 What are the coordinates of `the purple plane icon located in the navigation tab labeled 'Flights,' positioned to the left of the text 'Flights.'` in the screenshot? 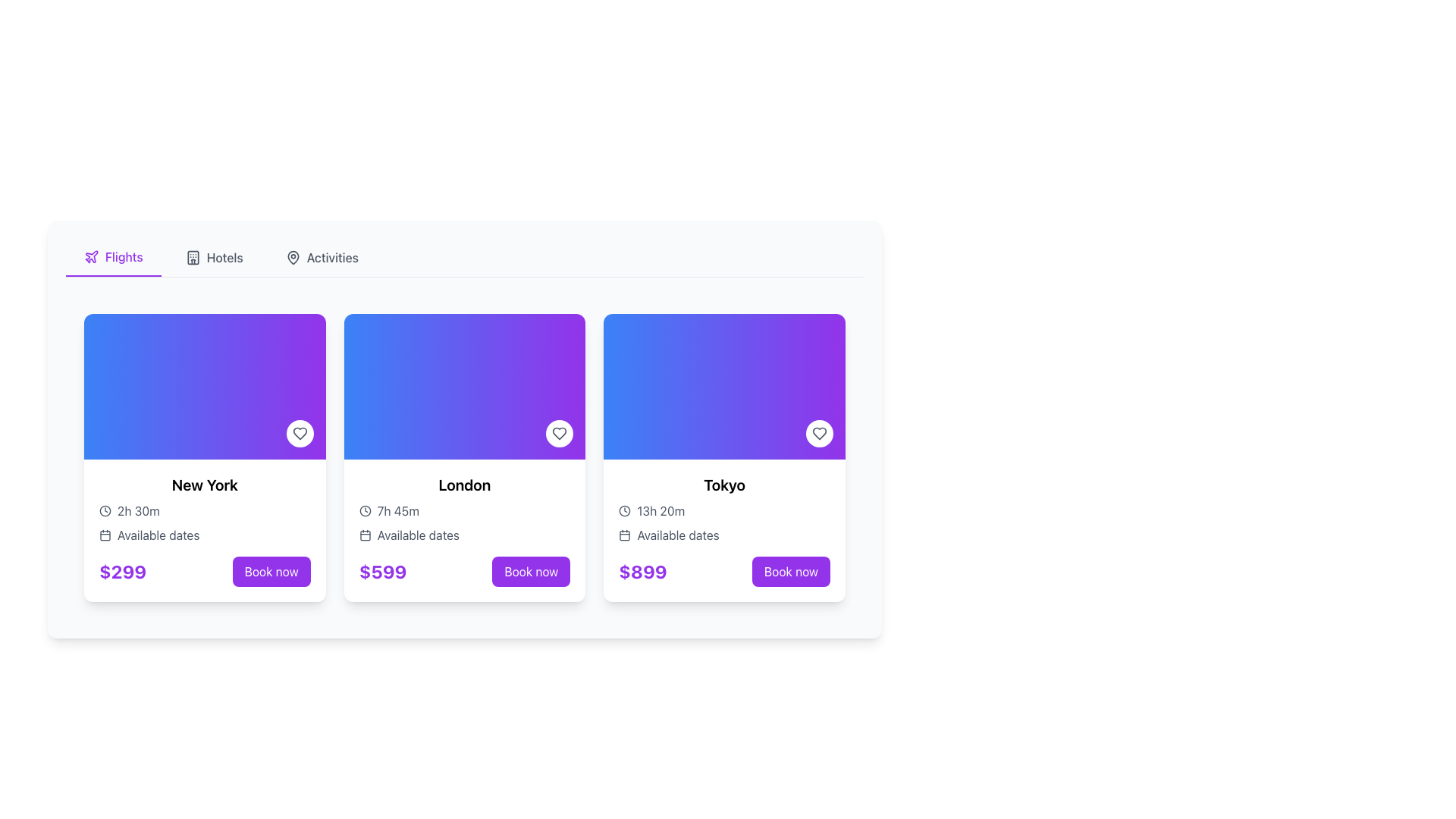 It's located at (90, 256).